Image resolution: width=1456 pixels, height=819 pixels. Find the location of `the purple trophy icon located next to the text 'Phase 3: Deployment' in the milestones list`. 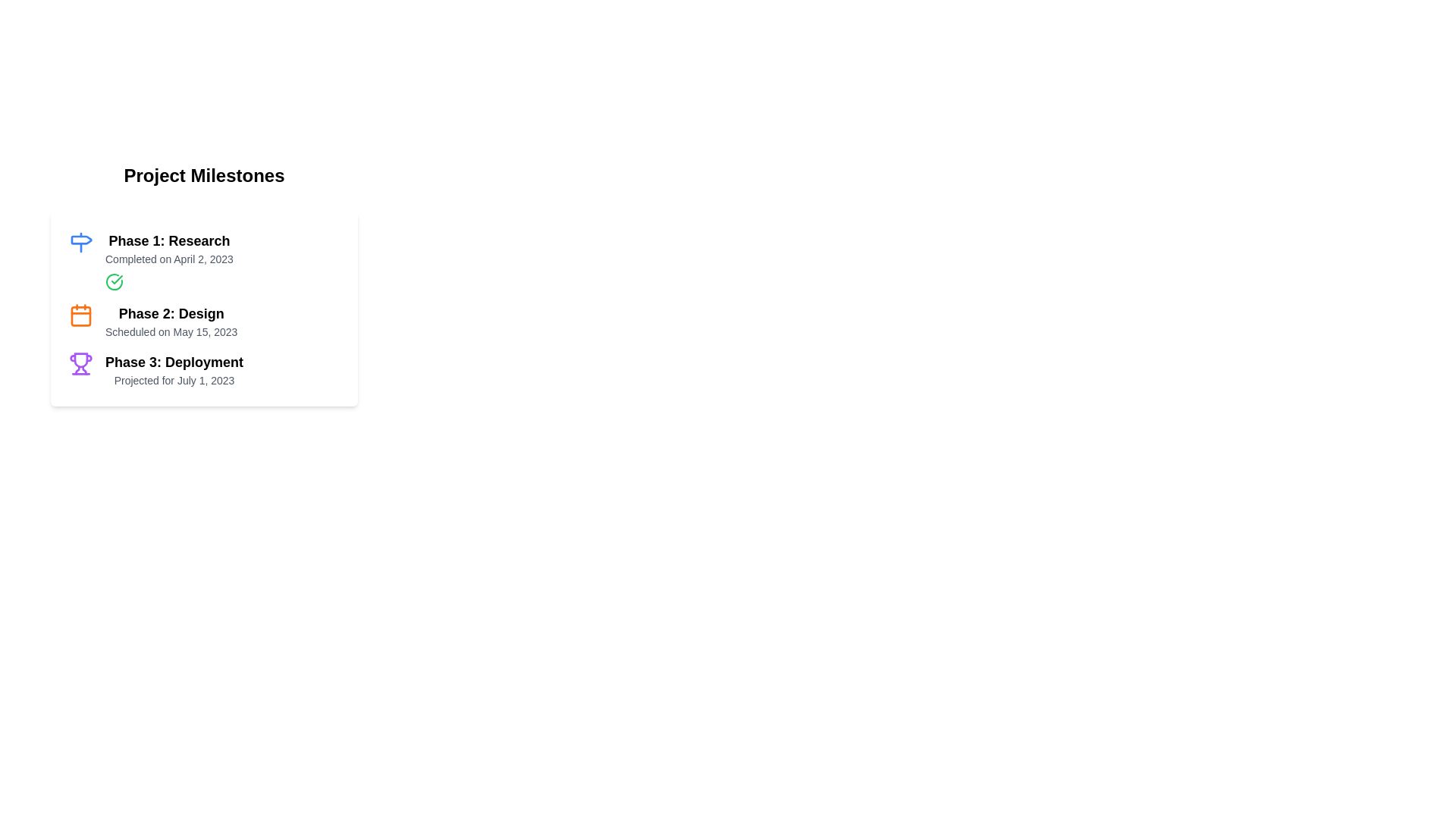

the purple trophy icon located next to the text 'Phase 3: Deployment' in the milestones list is located at coordinates (80, 363).